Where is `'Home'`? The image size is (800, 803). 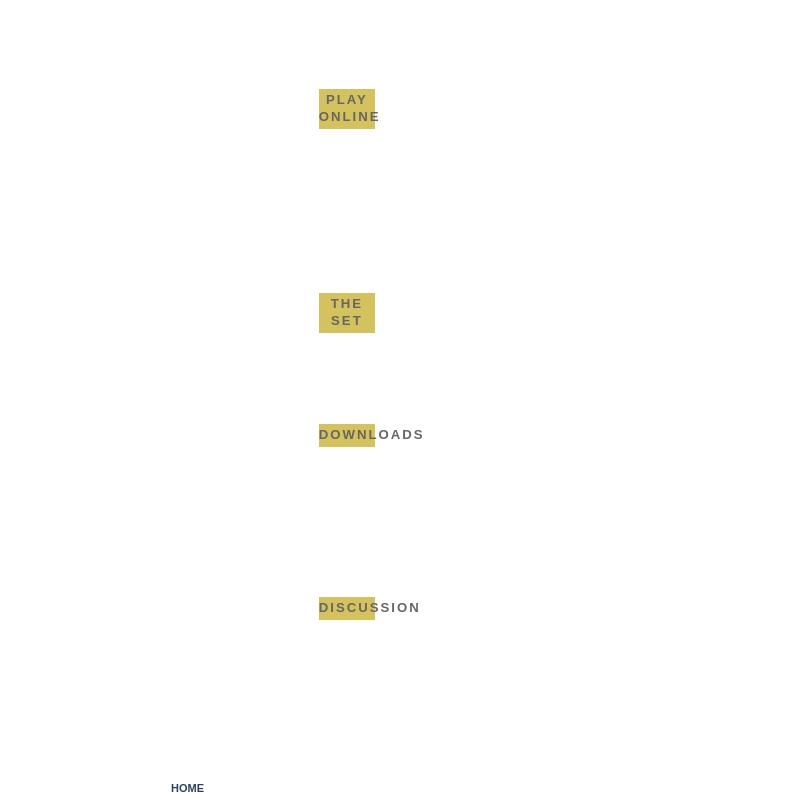 'Home' is located at coordinates (186, 786).